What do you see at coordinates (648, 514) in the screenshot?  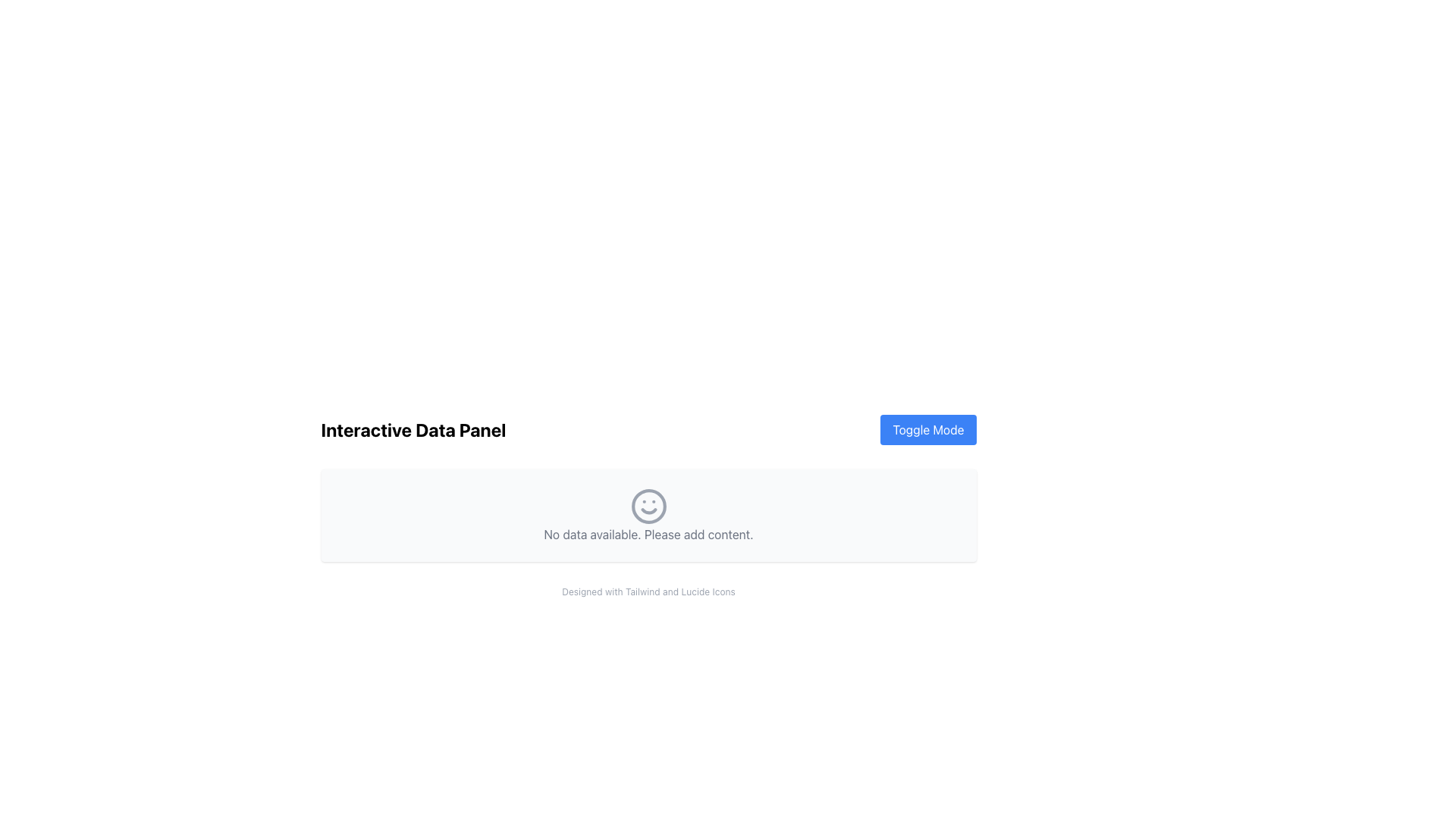 I see `text content of the Informational message panel, which has a light gray background and displays a message stating 'No data available. Please add content.'` at bounding box center [648, 514].